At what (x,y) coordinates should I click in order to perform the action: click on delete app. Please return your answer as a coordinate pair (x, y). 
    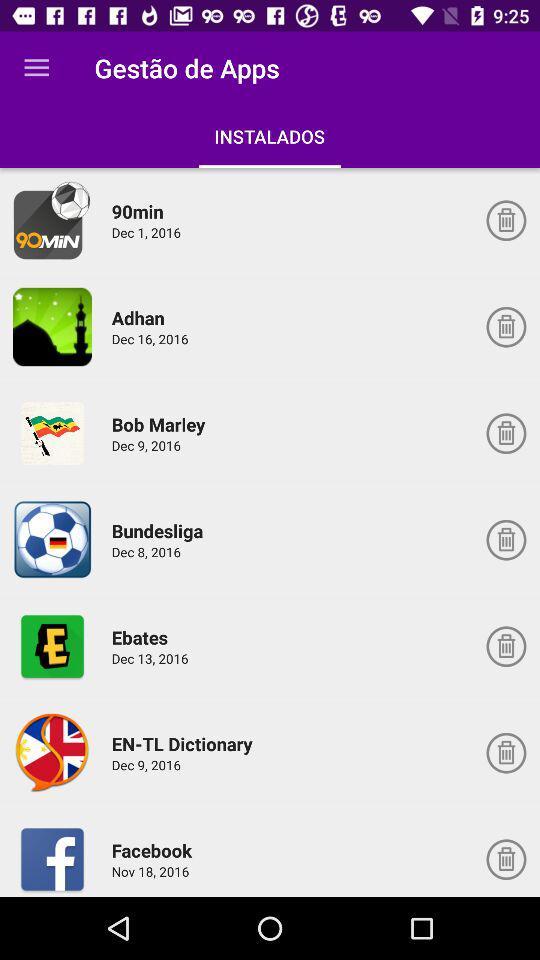
    Looking at the image, I should click on (505, 433).